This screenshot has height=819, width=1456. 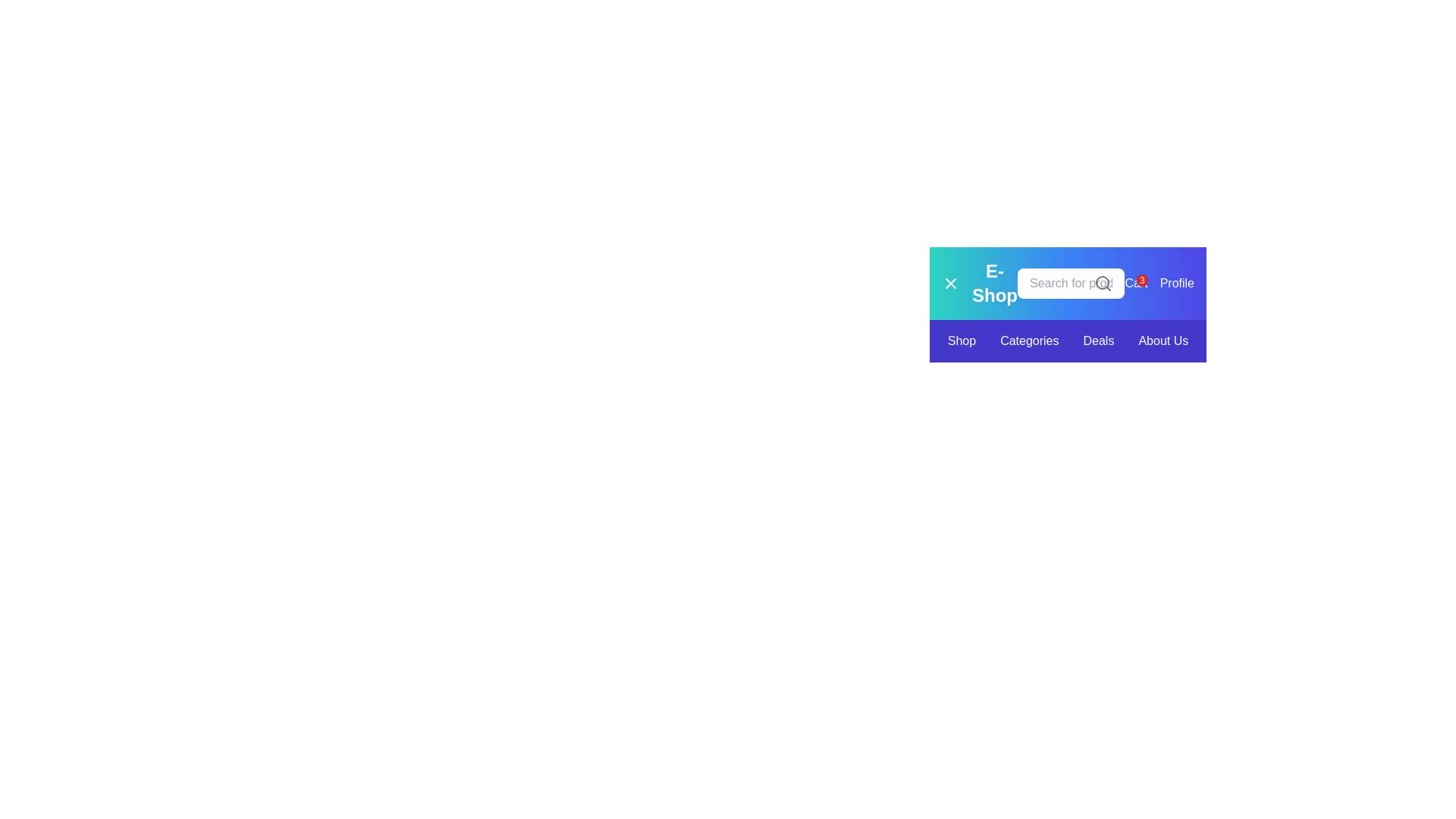 What do you see at coordinates (1103, 284) in the screenshot?
I see `the magnifying glass icon with a thin gray outline located inside the text input box on the header bar to initiate a search` at bounding box center [1103, 284].